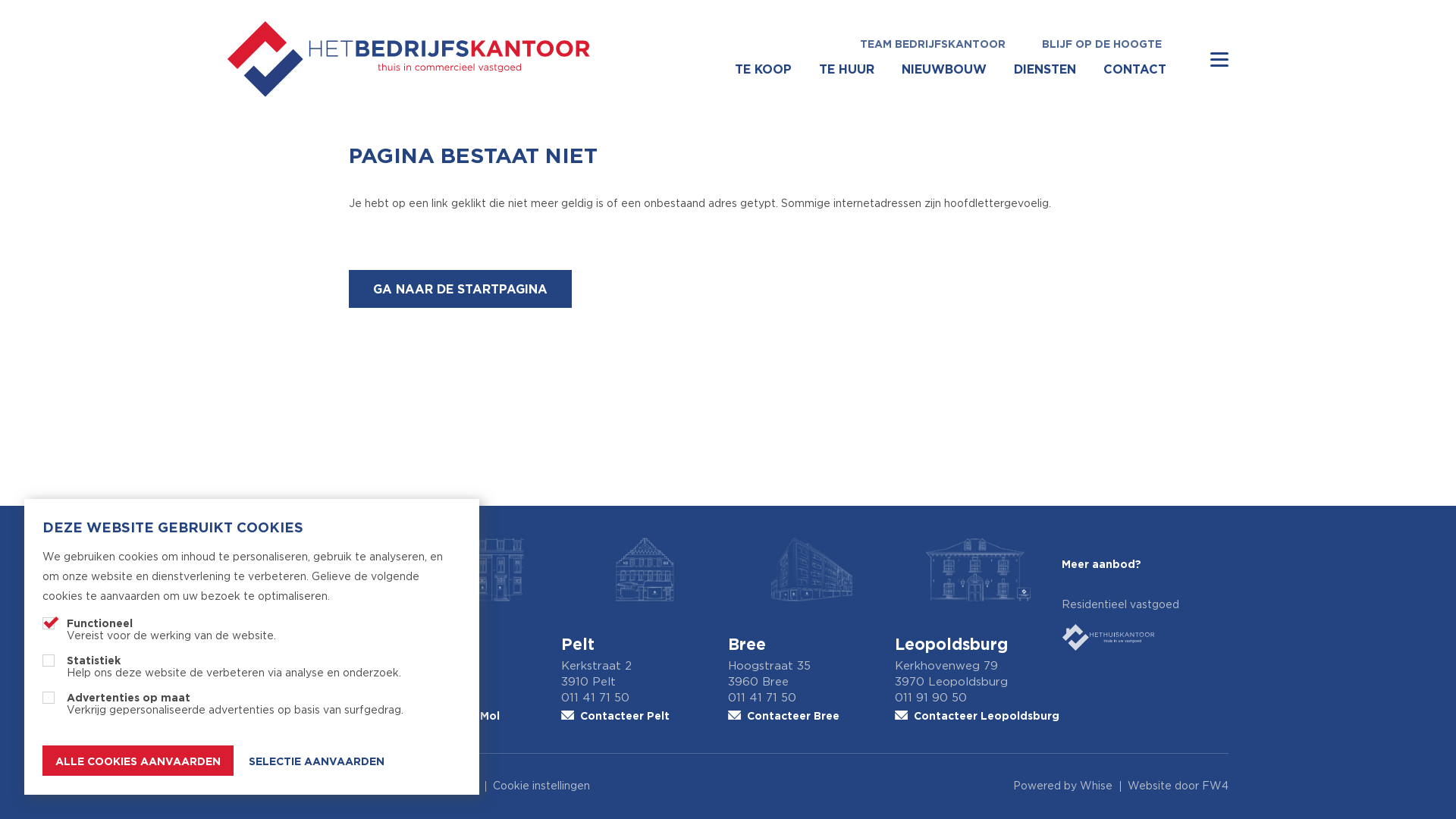 This screenshot has width=1456, height=819. I want to click on 'Cookie instellingen', so click(541, 786).